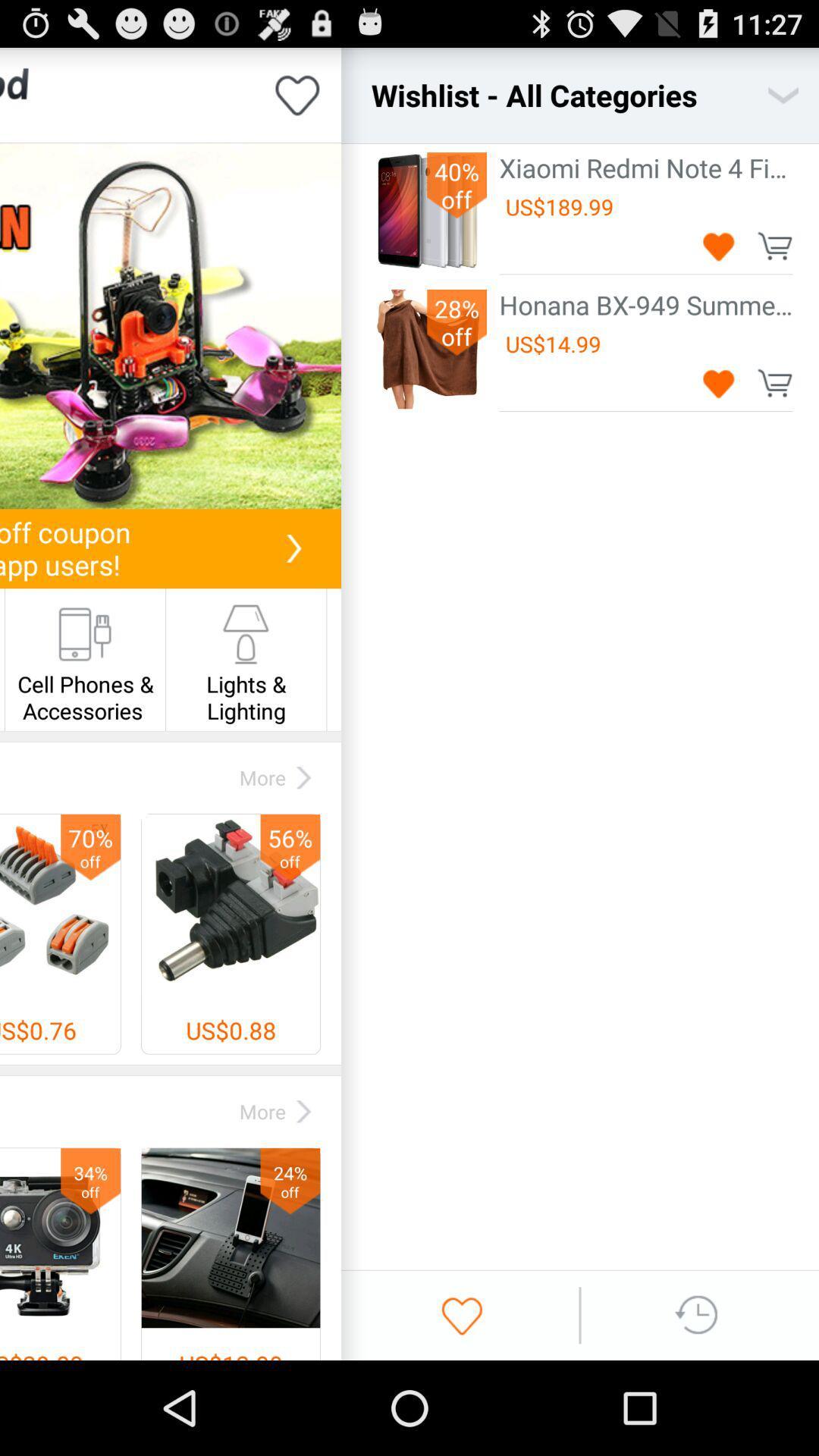  Describe the element at coordinates (297, 94) in the screenshot. I see `wishlist status` at that location.